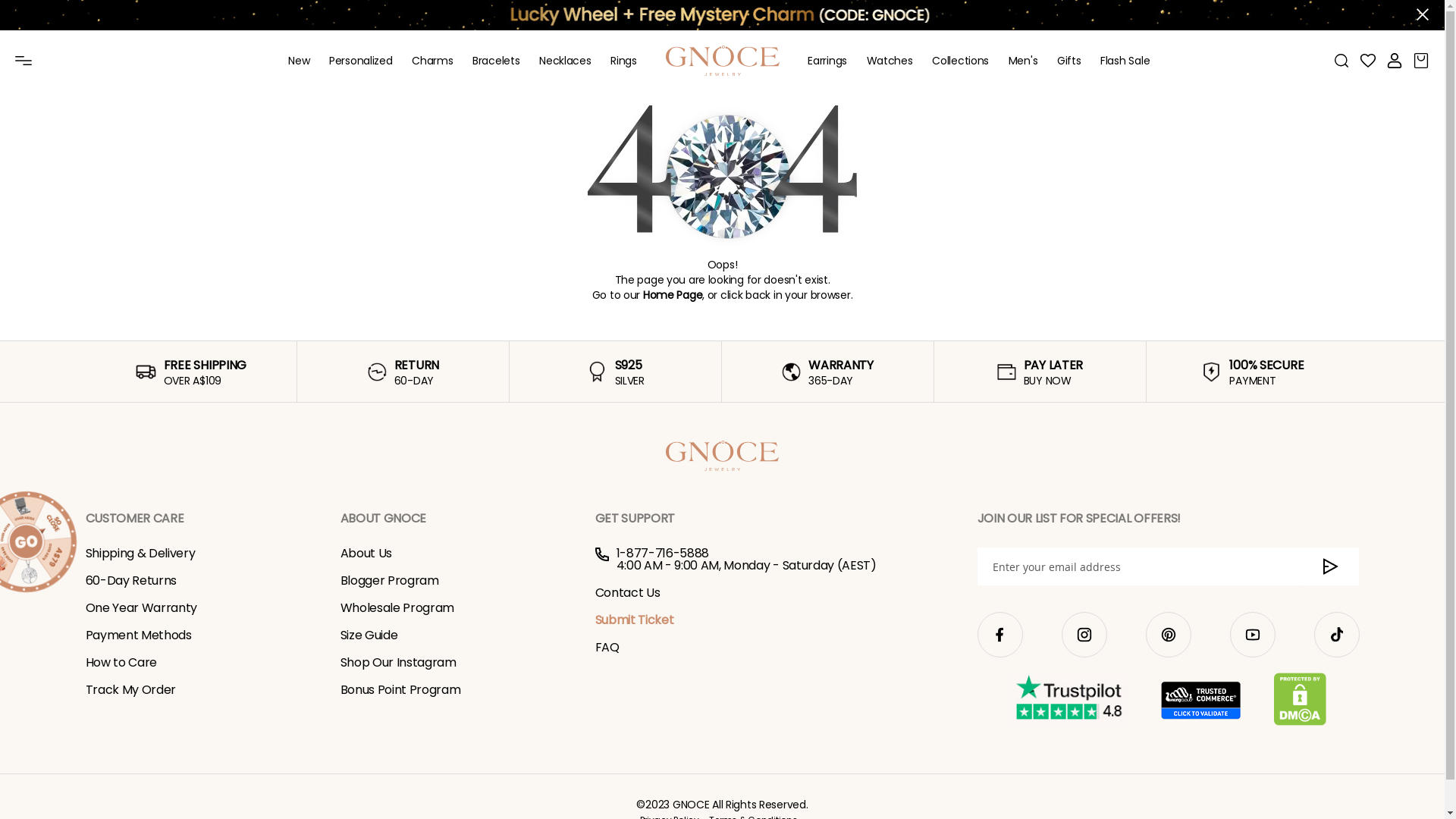  Describe the element at coordinates (83, 553) in the screenshot. I see `'Shipping & Delivery'` at that location.